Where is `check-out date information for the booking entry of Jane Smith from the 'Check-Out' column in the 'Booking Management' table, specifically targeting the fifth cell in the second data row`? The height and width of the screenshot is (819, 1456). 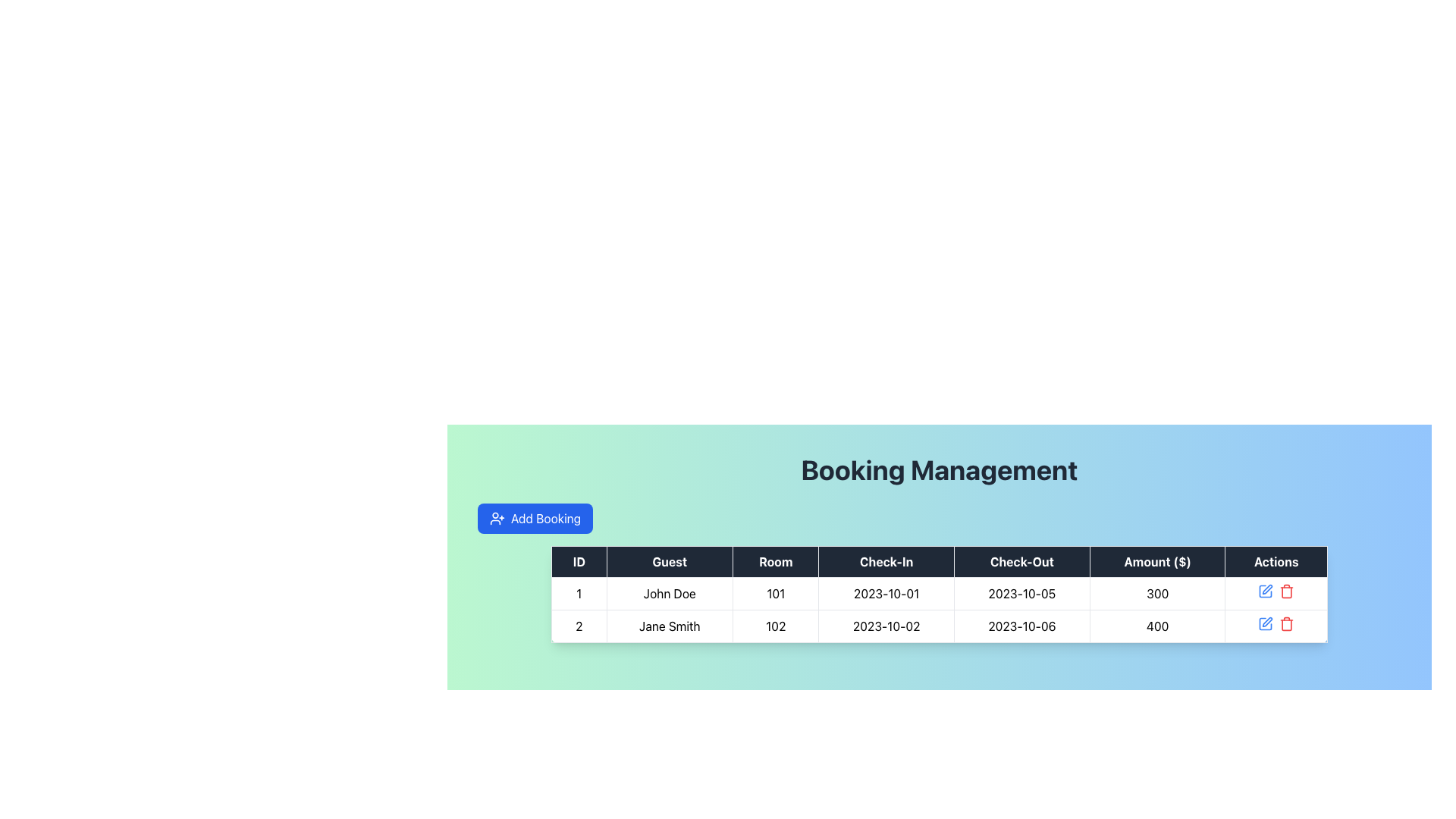
check-out date information for the booking entry of Jane Smith from the 'Check-Out' column in the 'Booking Management' table, specifically targeting the fifth cell in the second data row is located at coordinates (1021, 626).